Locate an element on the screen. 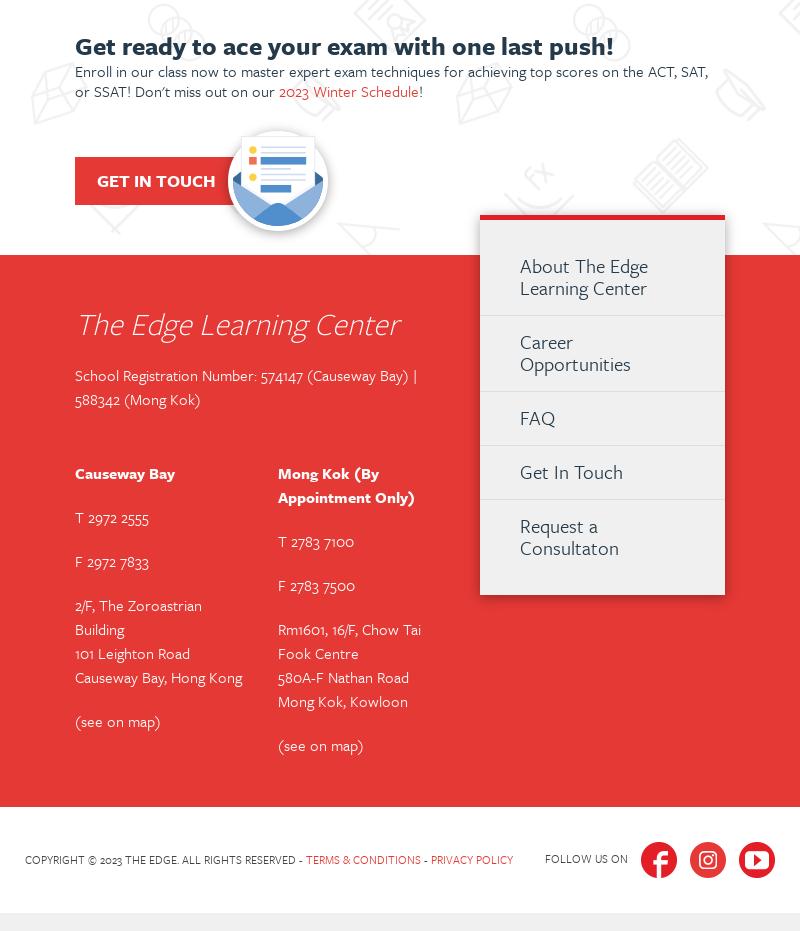 This screenshot has height=931, width=800. 'Get In Touch' is located at coordinates (519, 470).